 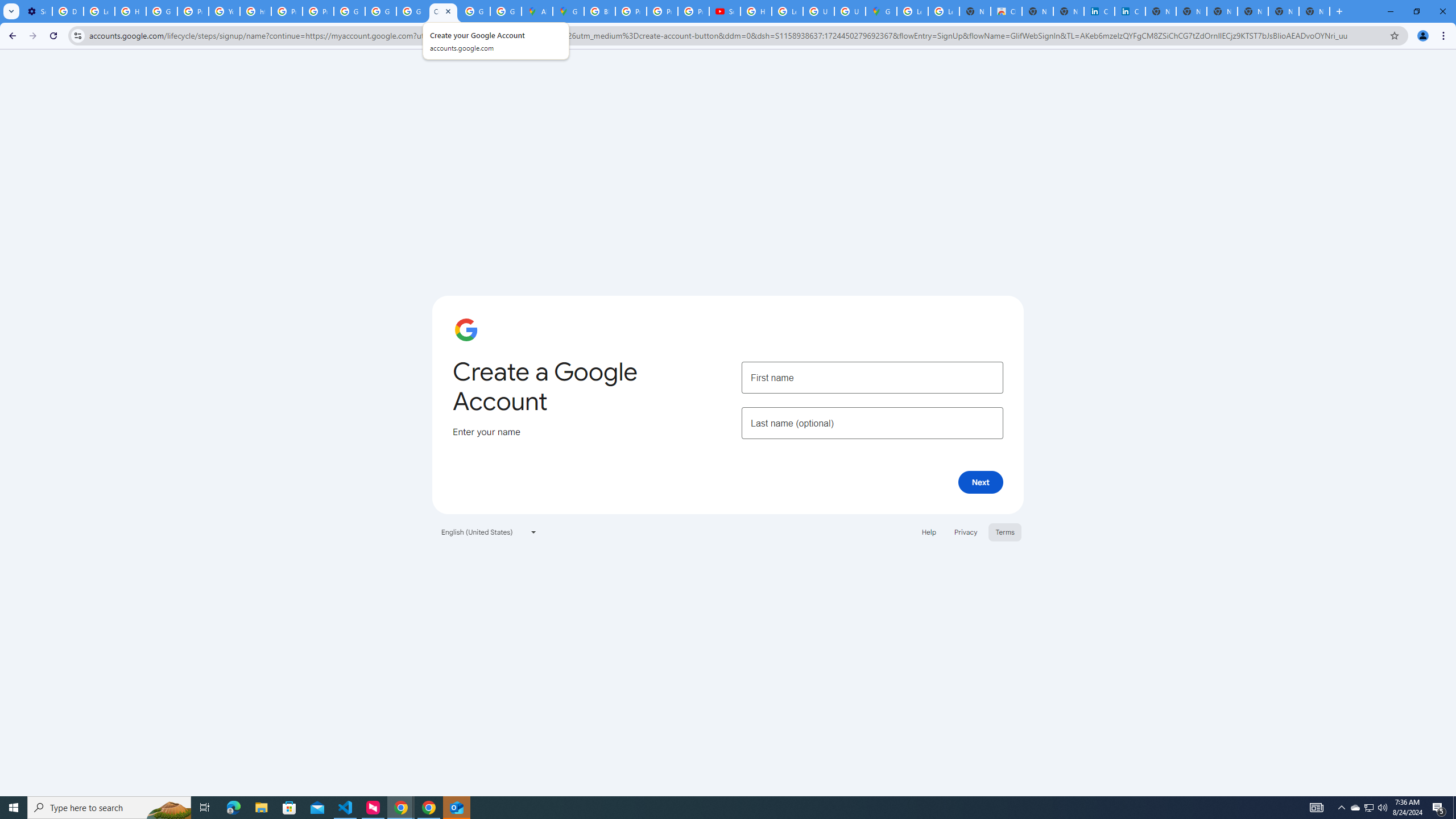 I want to click on 'Create your Google Account', so click(x=442, y=11).